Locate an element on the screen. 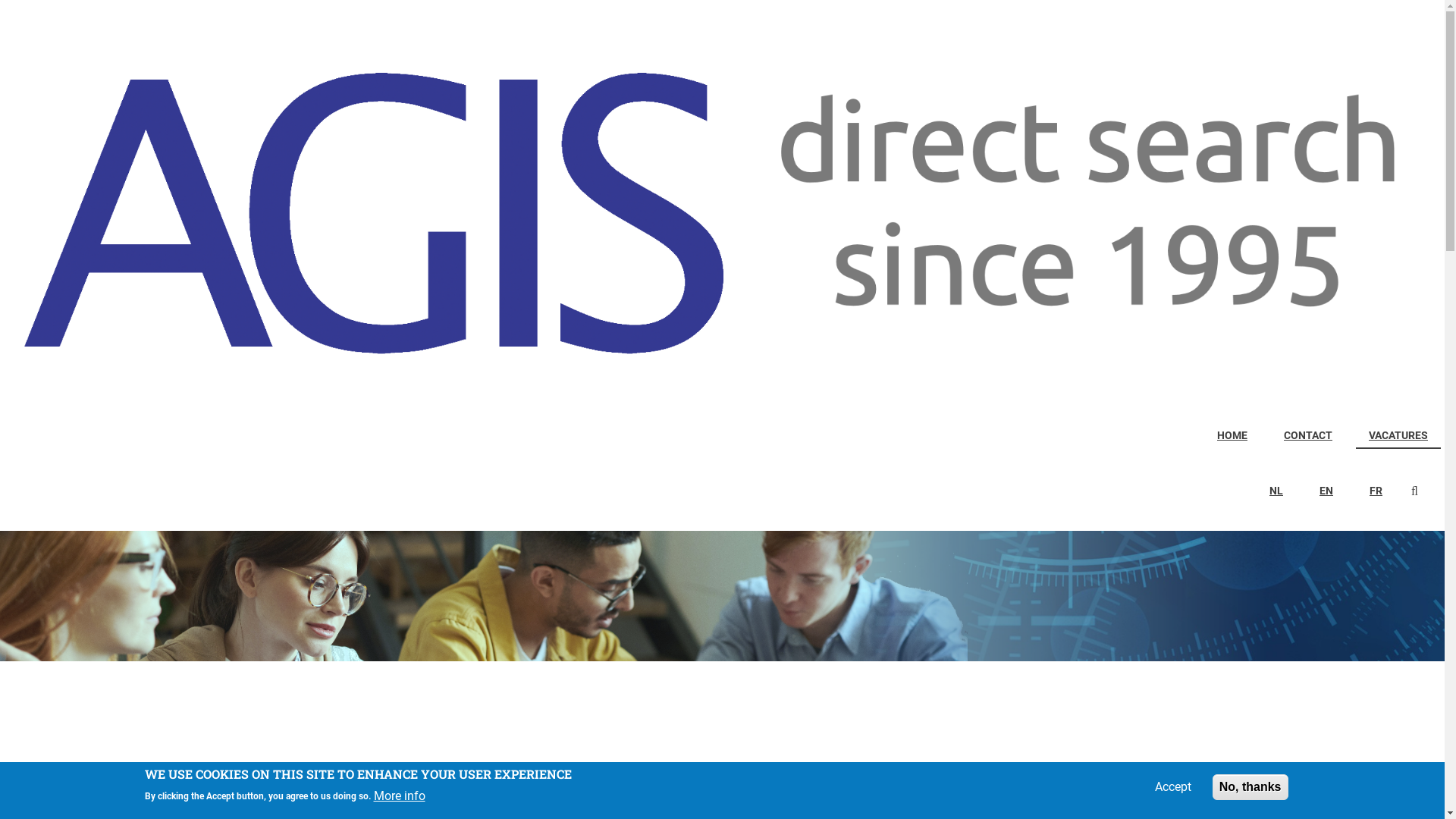  'EN' is located at coordinates (1325, 491).